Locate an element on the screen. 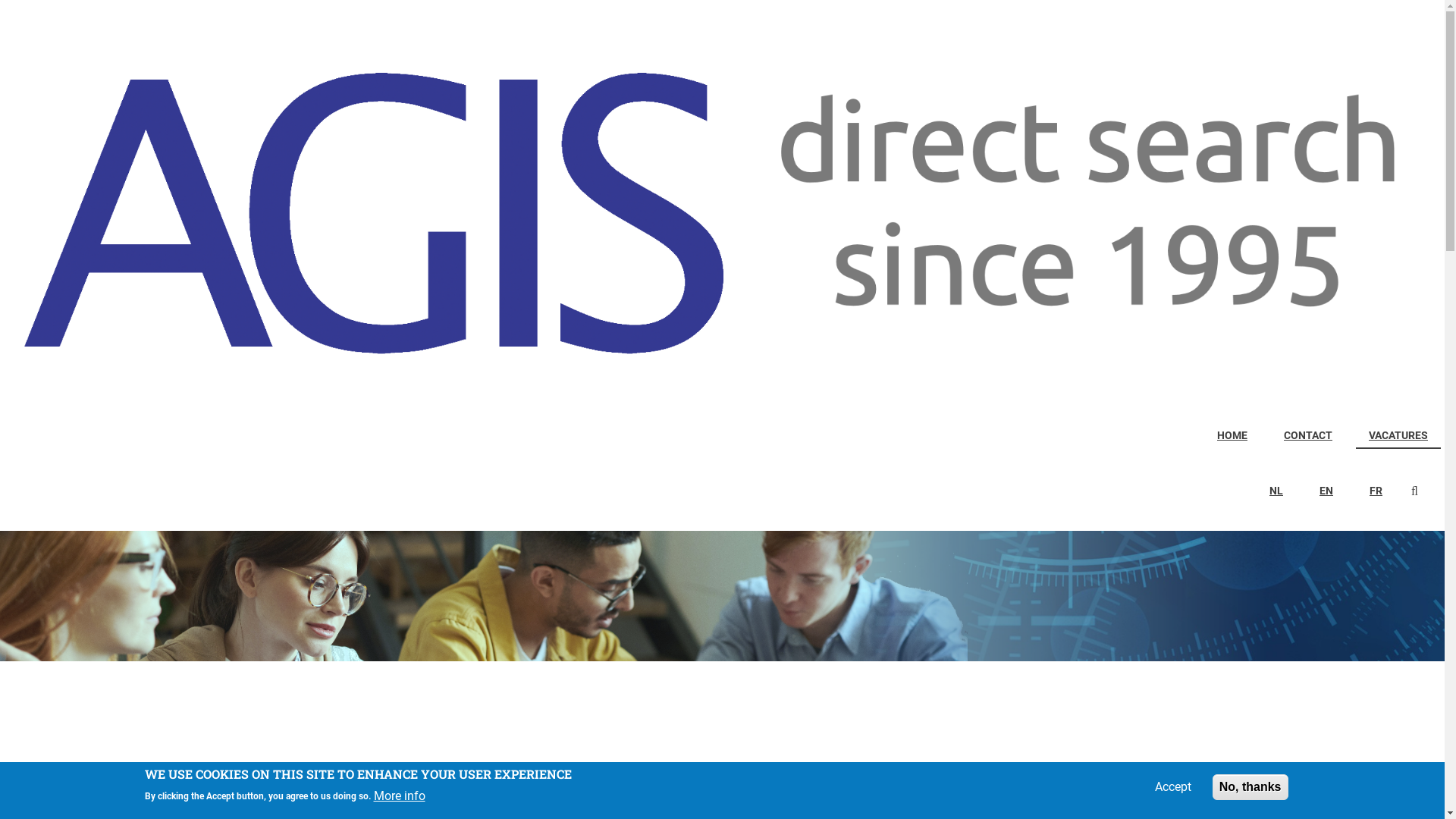  'EN' is located at coordinates (1325, 491).